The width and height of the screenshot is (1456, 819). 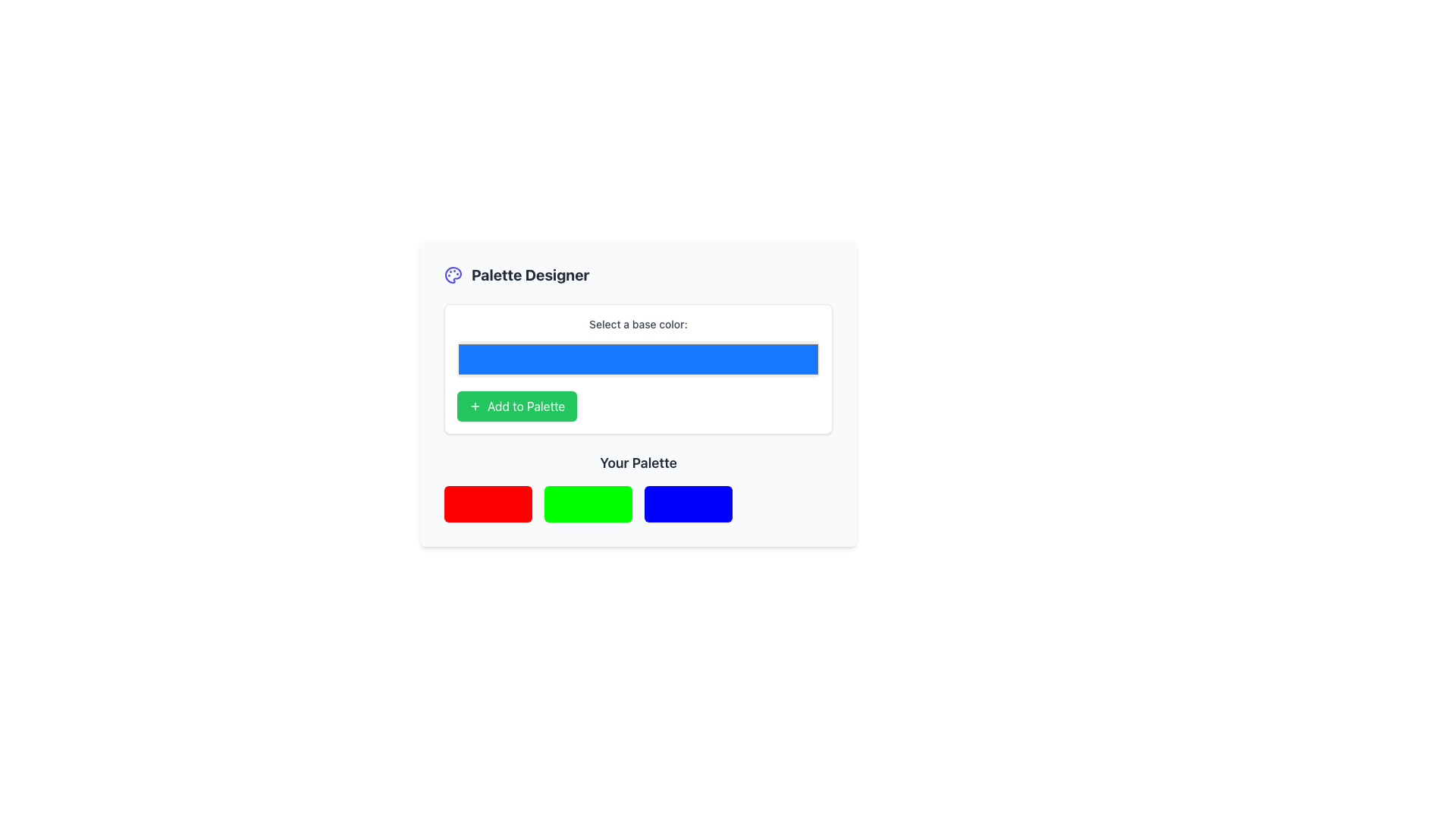 I want to click on the palette icon located in the header section, to the left of the 'Palette Designer' text, so click(x=453, y=275).